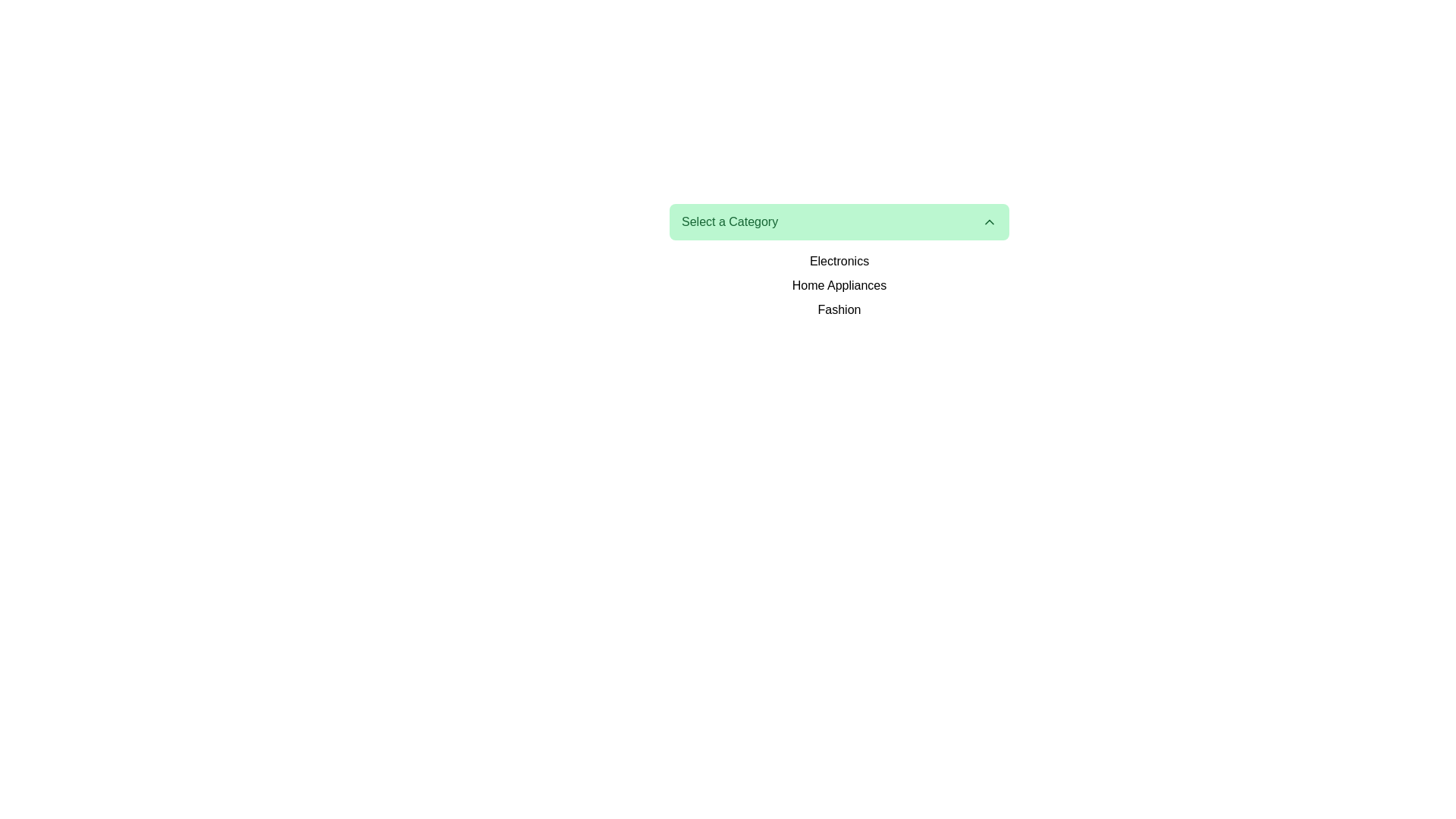  I want to click on the 'Fashion' text label, which is styled in black font and located below the 'Select a Category' dropdown menu, so click(839, 309).